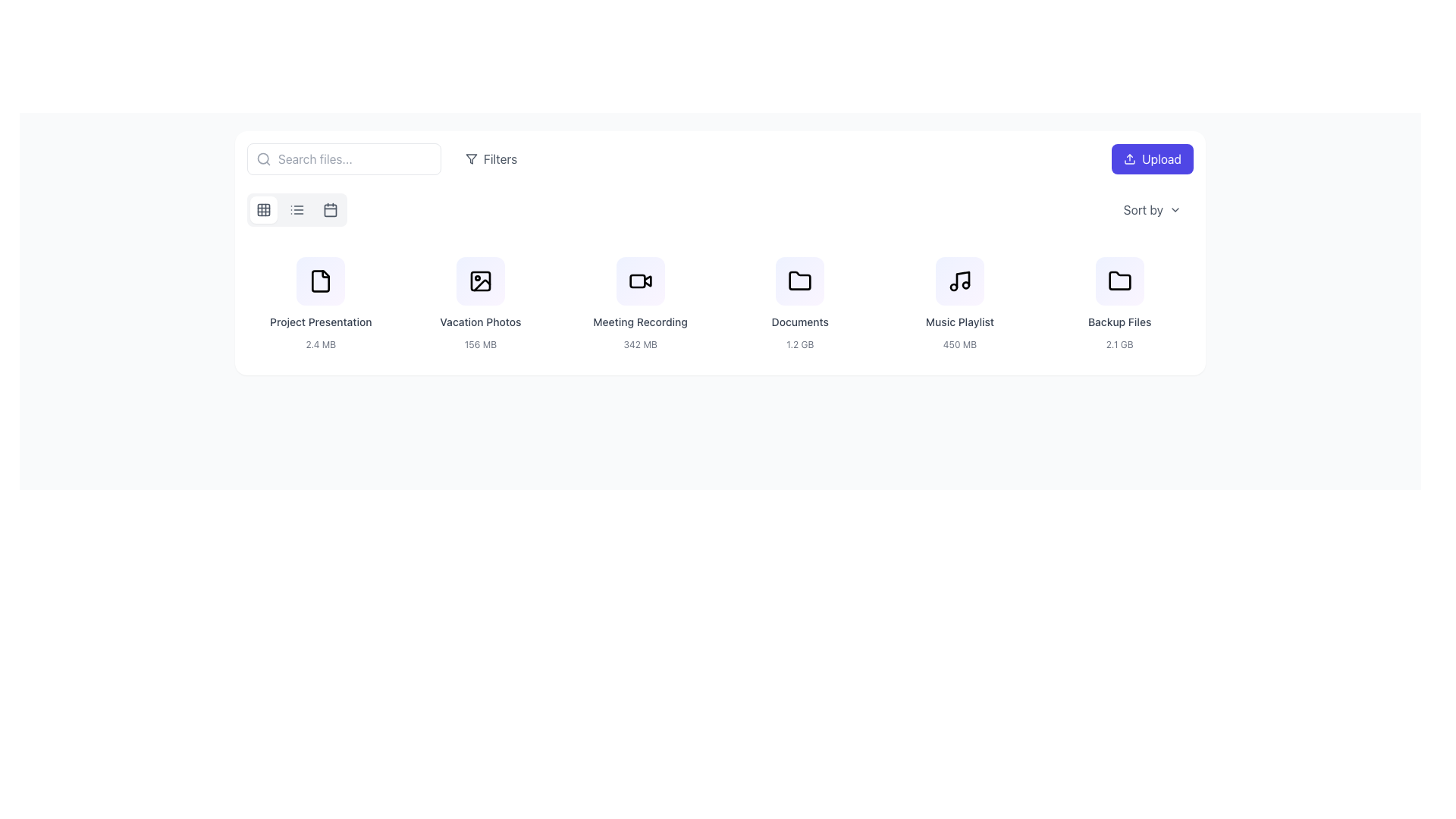 The image size is (1456, 819). I want to click on decorative rectangle shape that serves as the foundational background for the icon, located centrally within the SVG graphic, so click(479, 281).